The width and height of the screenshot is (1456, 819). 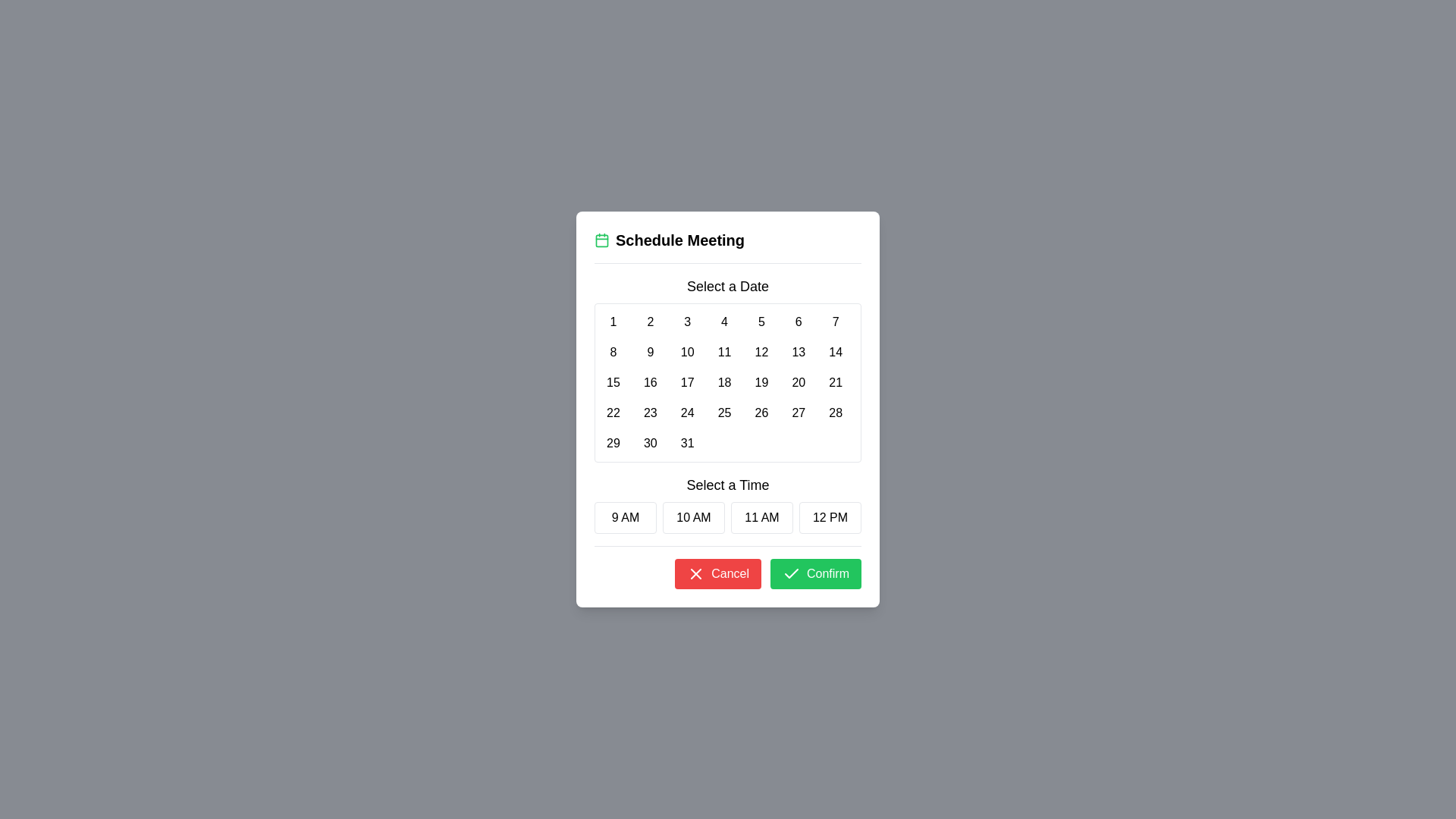 I want to click on the 'X' icon located within the red 'Cancel' button, which features a red background and white stroke, positioned to the left of the 'Cancel' text, so click(x=695, y=573).